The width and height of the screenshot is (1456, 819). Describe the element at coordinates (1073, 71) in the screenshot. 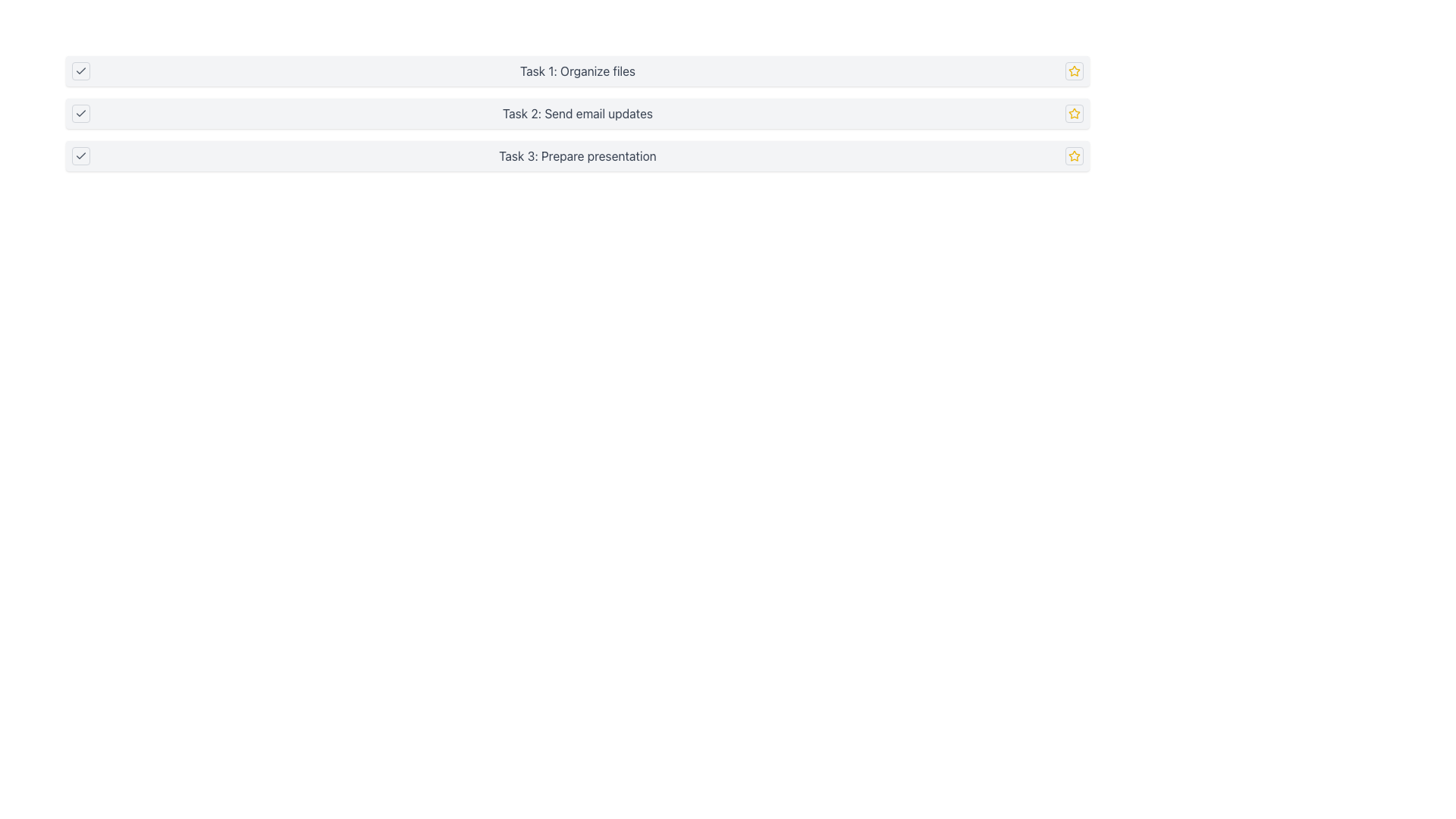

I see `the star icon in the top right corner of the 'Task 1: Organize files' item to mark it as a favorite or assign a rating` at that location.